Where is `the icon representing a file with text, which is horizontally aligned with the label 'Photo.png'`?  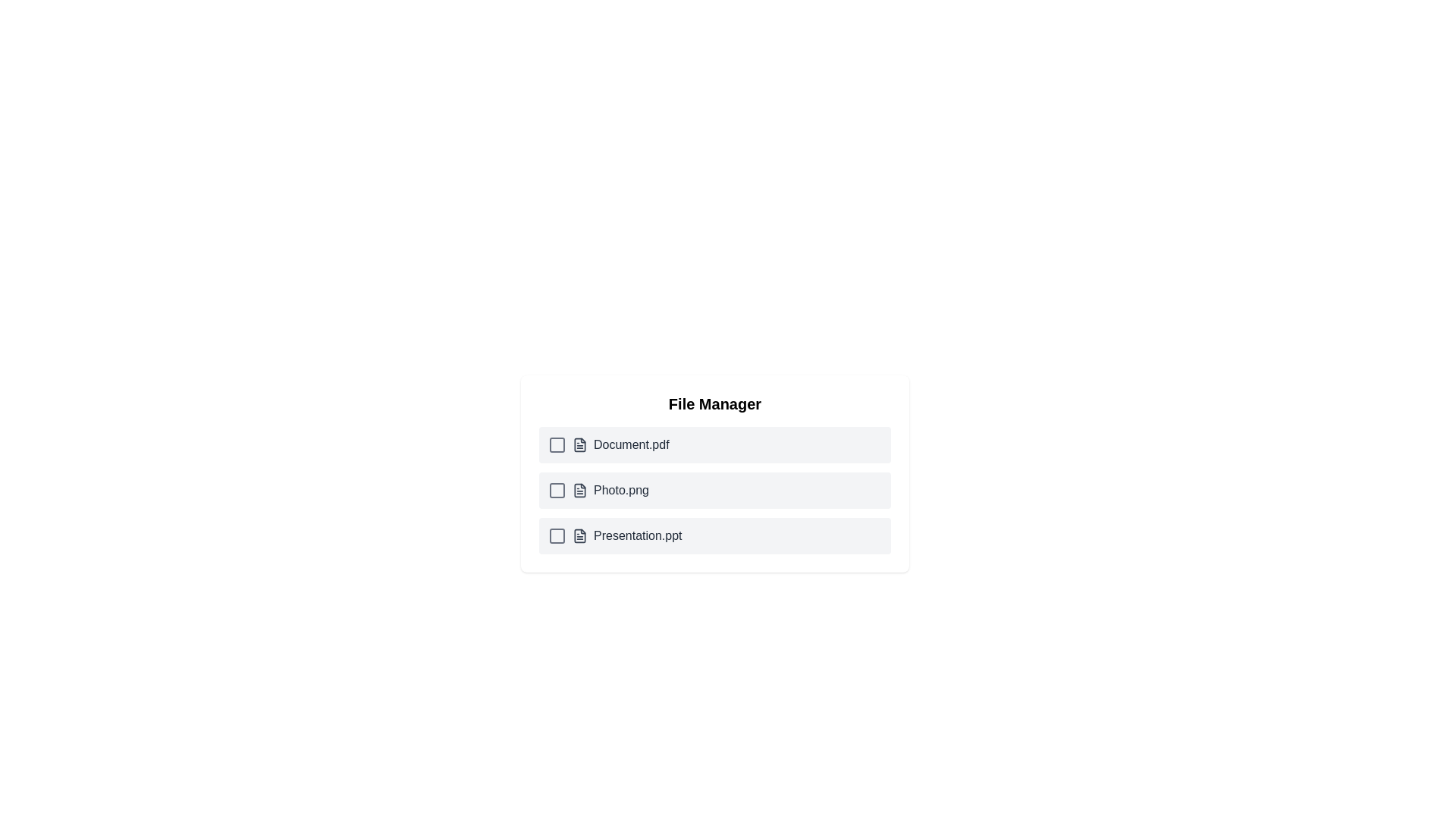 the icon representing a file with text, which is horizontally aligned with the label 'Photo.png' is located at coordinates (579, 491).